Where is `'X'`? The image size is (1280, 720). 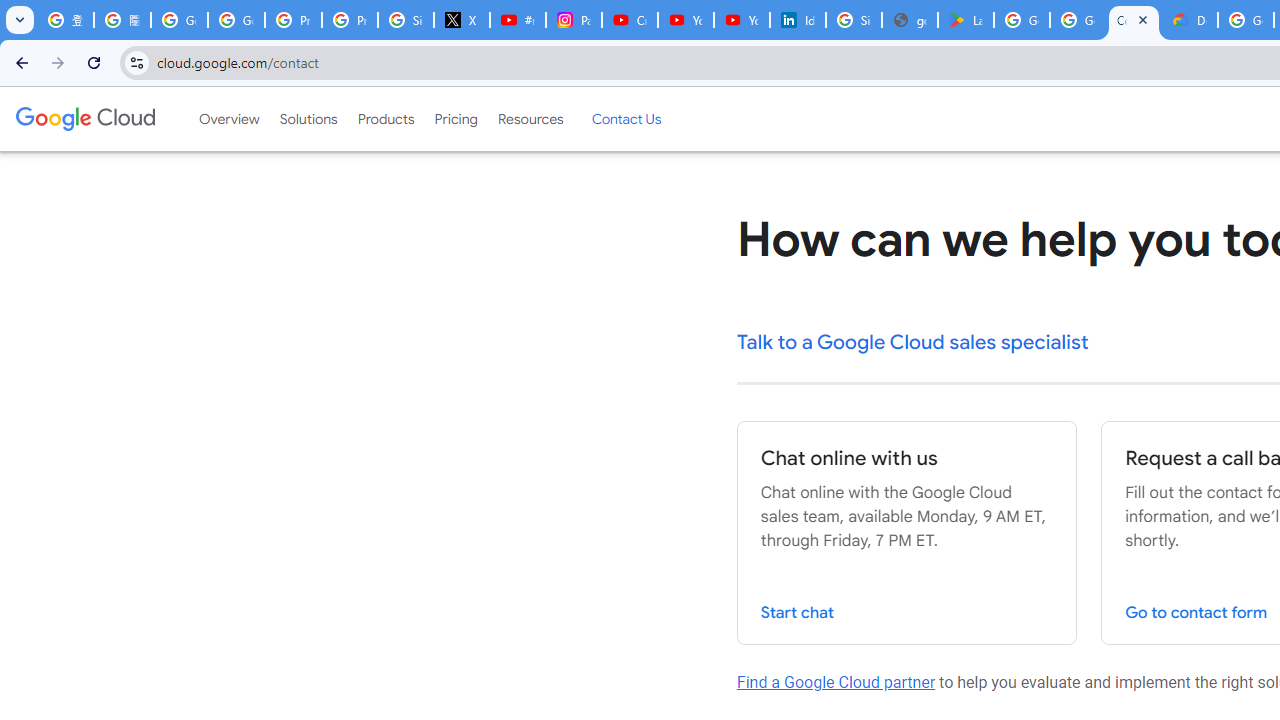 'X' is located at coordinates (461, 20).